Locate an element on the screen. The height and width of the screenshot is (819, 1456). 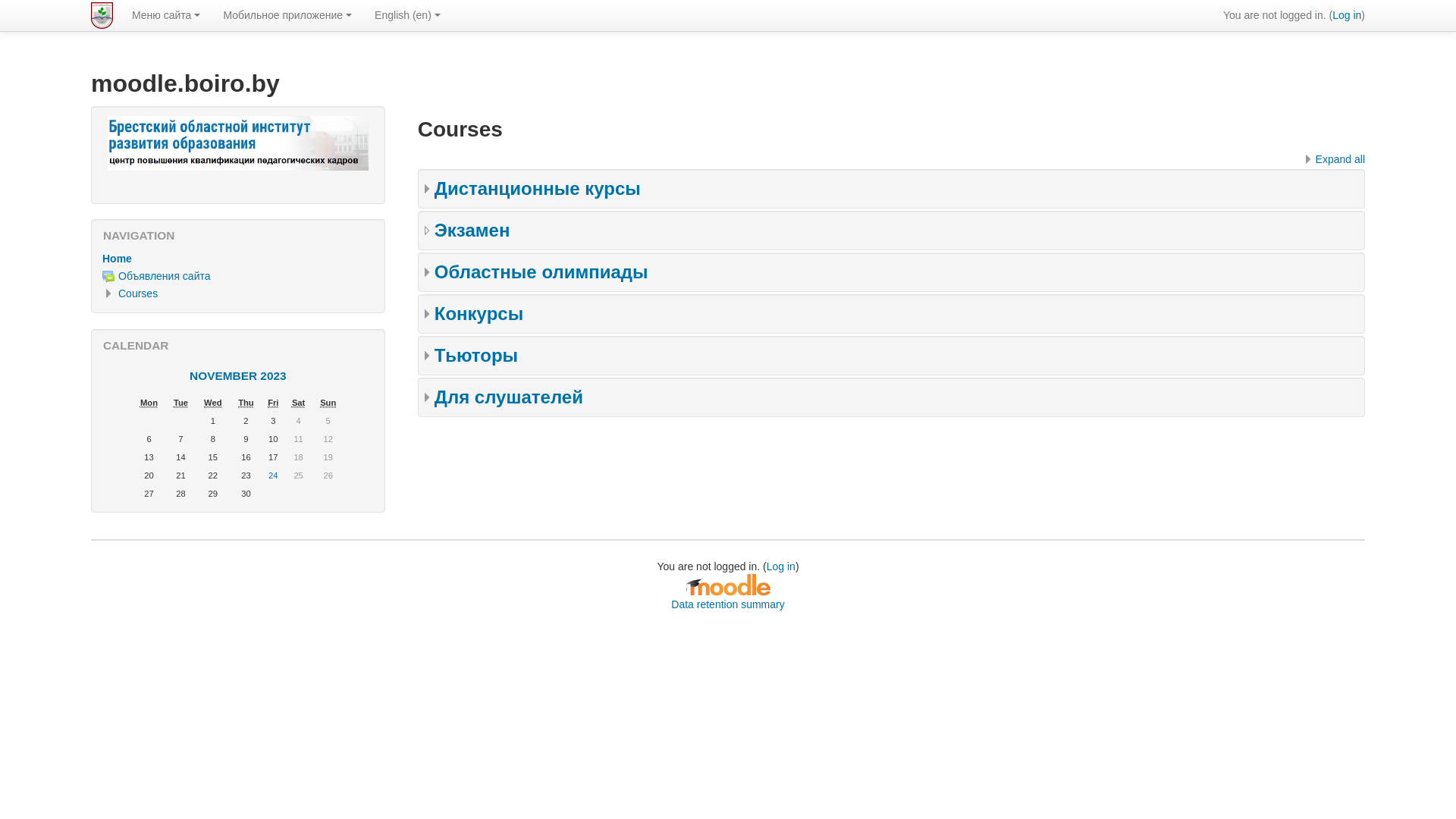
'Moodle' is located at coordinates (684, 584).